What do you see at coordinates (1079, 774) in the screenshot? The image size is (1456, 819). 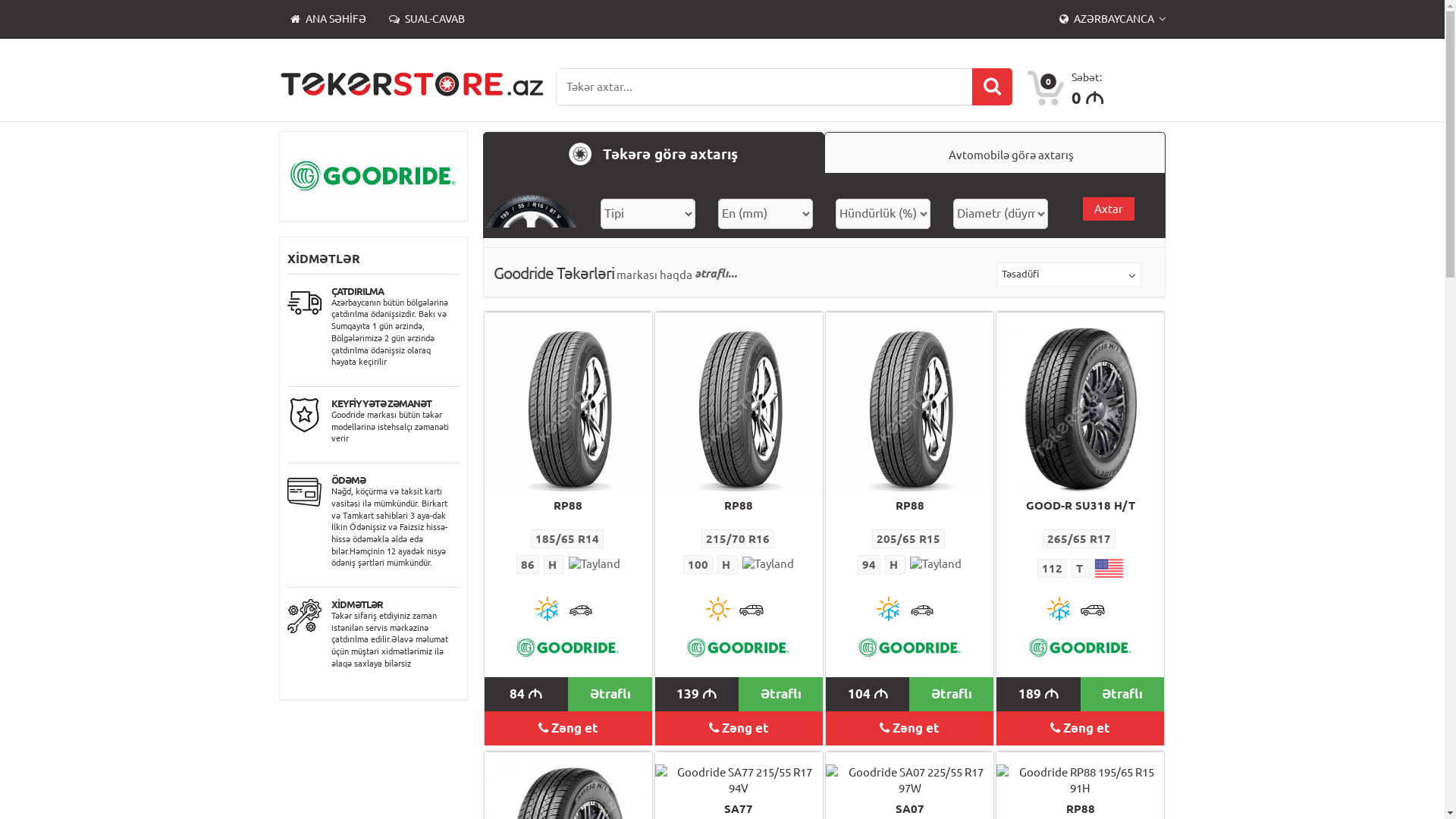 I see `'Goodride RP88 195/65 R15 91H'` at bounding box center [1079, 774].